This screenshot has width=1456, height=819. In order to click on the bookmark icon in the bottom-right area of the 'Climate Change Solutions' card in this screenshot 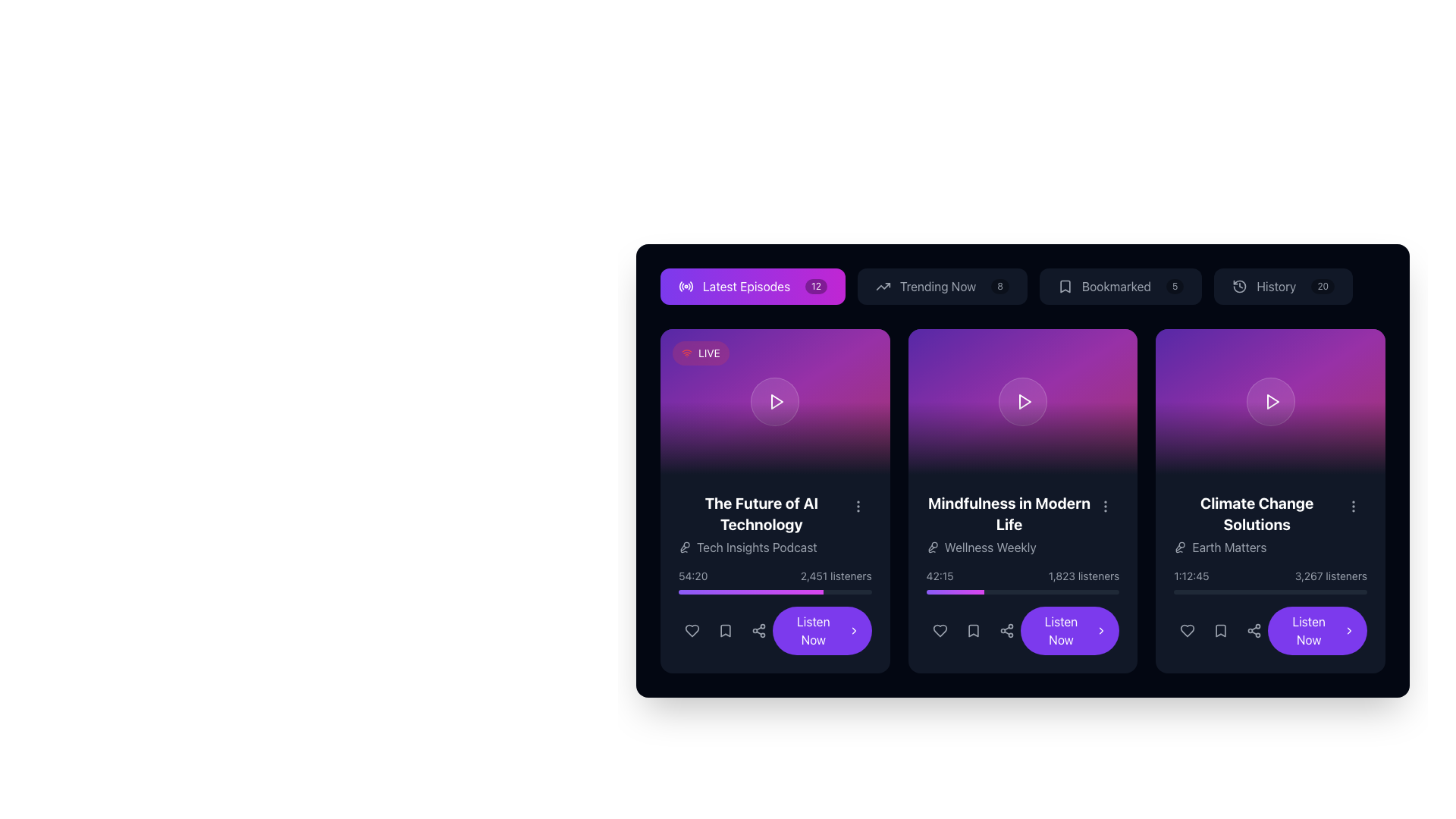, I will do `click(1221, 631)`.